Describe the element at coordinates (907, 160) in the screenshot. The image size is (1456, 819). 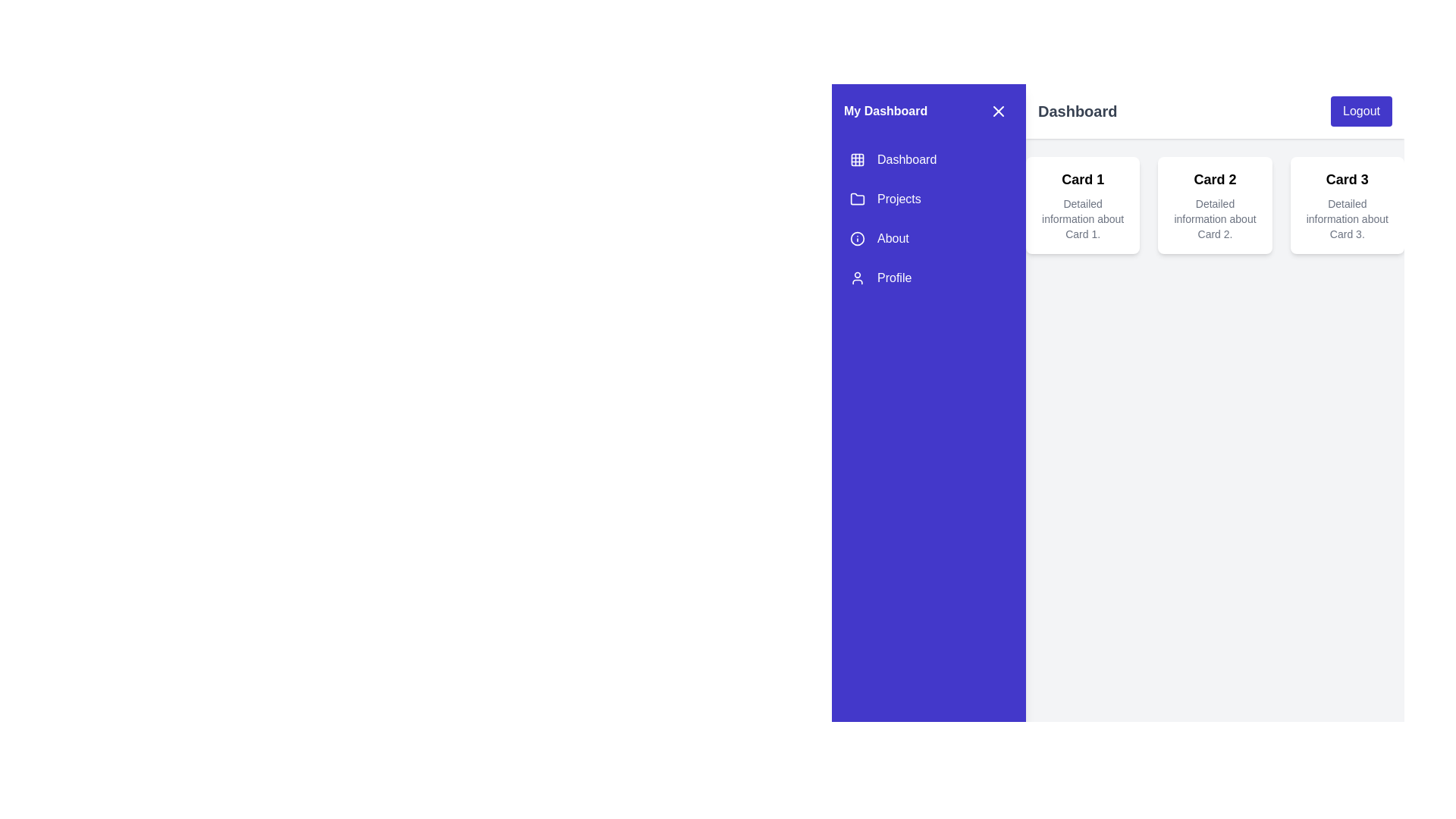
I see `text of the 'Dashboard' menu item label in the sidebar navigation, located beneath the heading 'My Dashboard'` at that location.